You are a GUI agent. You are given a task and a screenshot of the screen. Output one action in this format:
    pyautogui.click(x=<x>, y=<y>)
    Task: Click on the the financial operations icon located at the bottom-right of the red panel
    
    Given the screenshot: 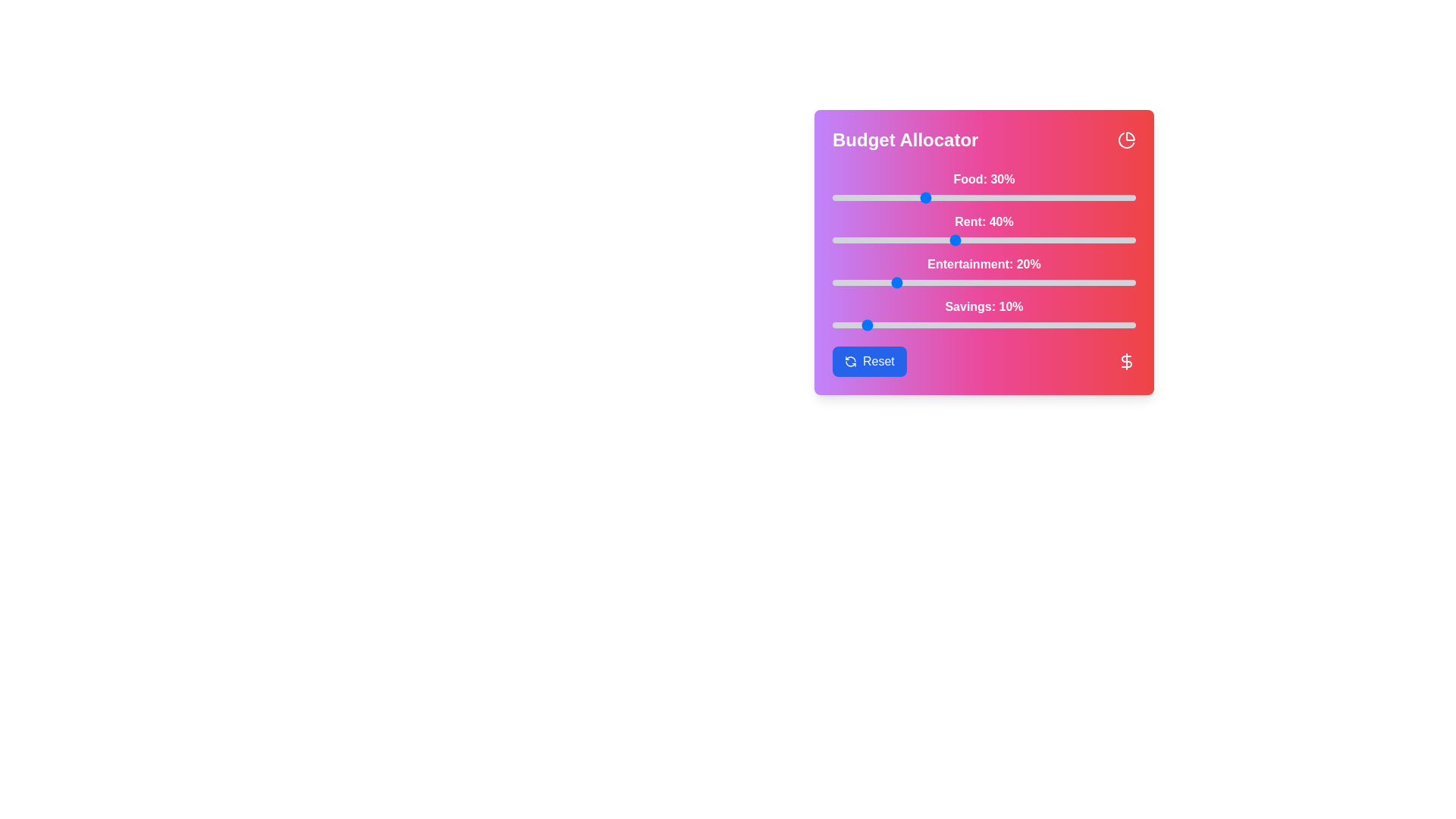 What is the action you would take?
    pyautogui.click(x=1127, y=362)
    